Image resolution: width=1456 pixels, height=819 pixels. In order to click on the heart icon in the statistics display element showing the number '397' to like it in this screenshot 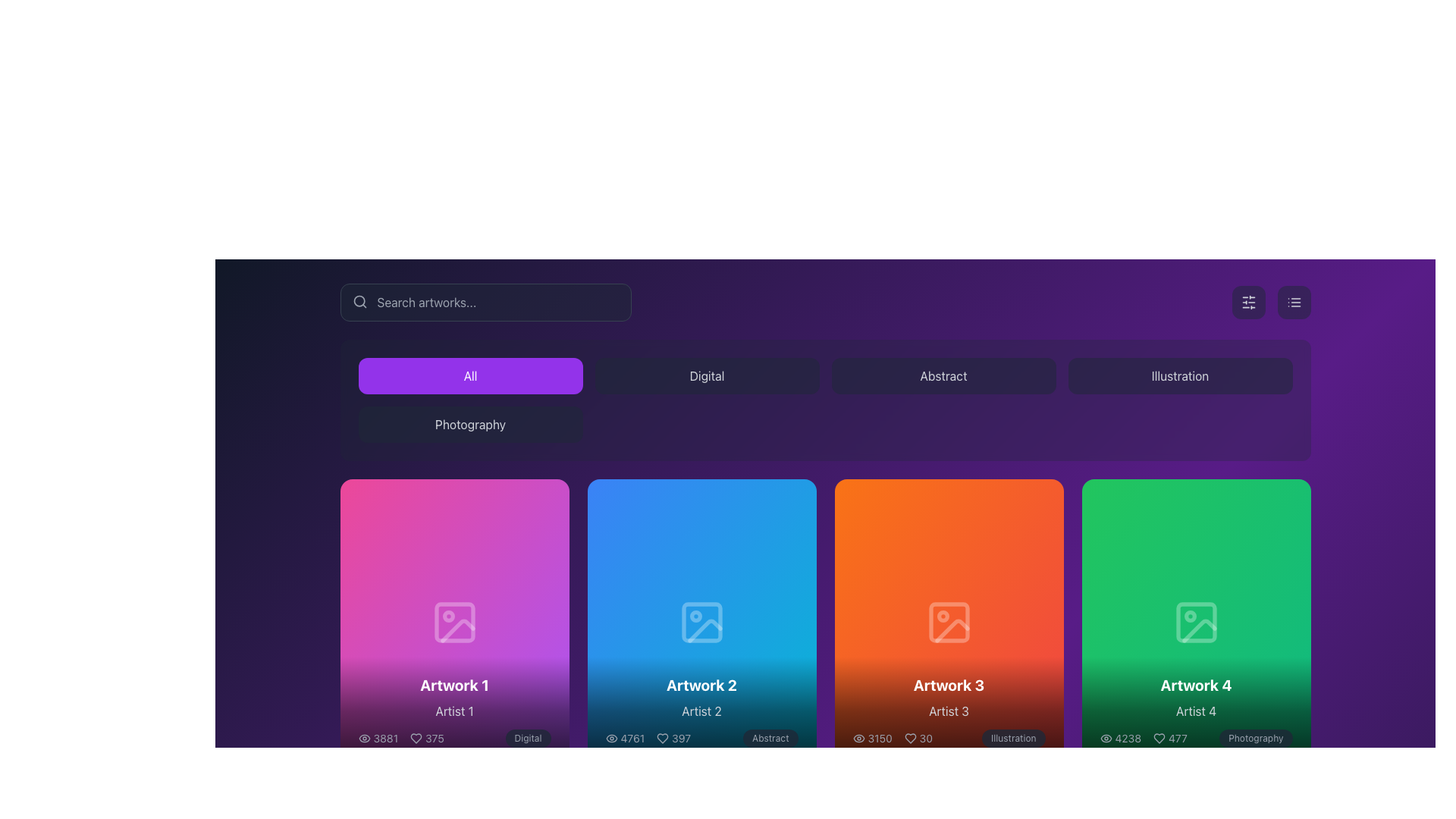, I will do `click(673, 737)`.